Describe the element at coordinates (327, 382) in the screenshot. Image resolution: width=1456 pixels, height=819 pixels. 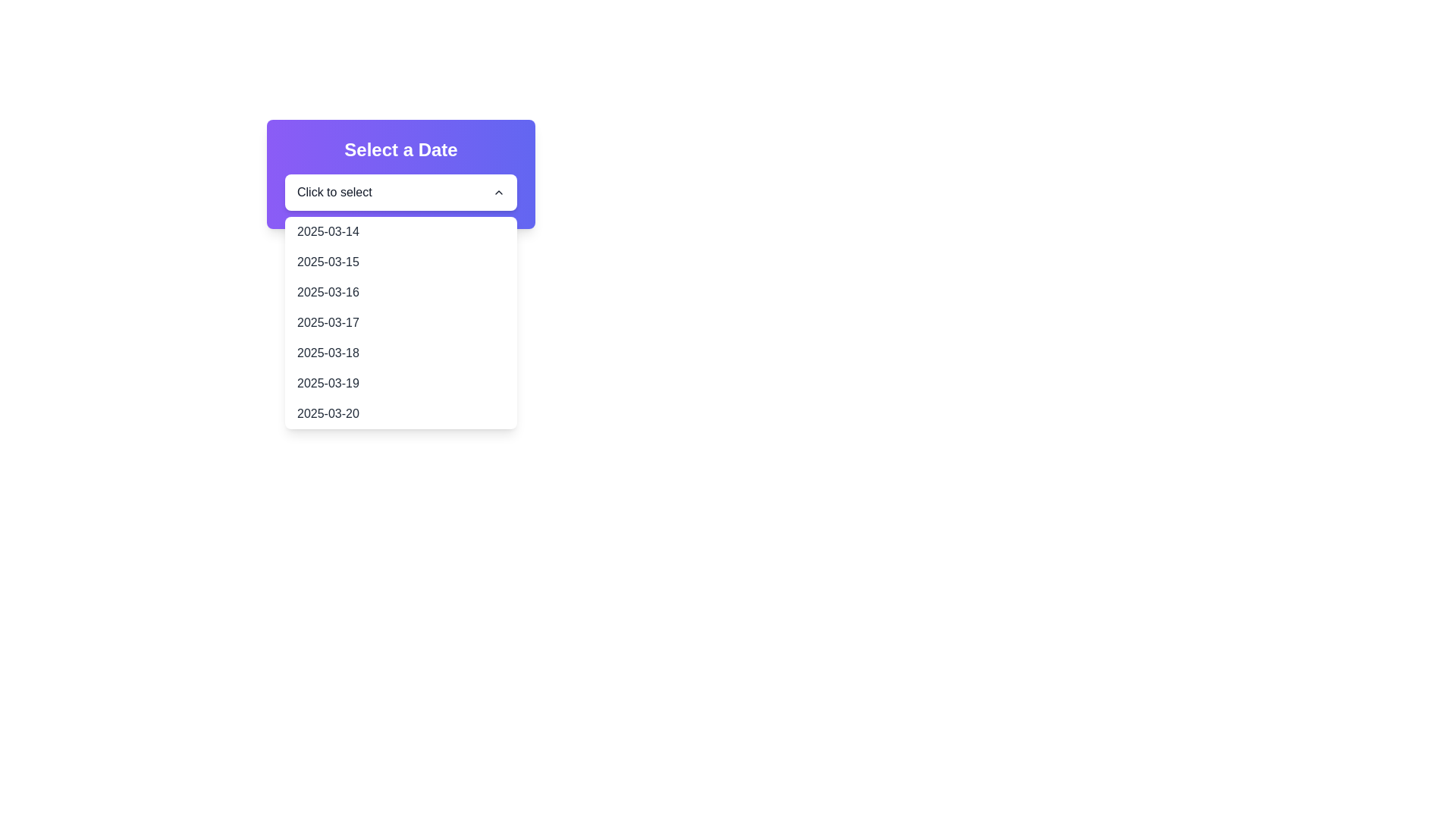
I see `the selectable list item for the date '2025-03-19' located under the dropdown menu 'Select a Date'` at that location.